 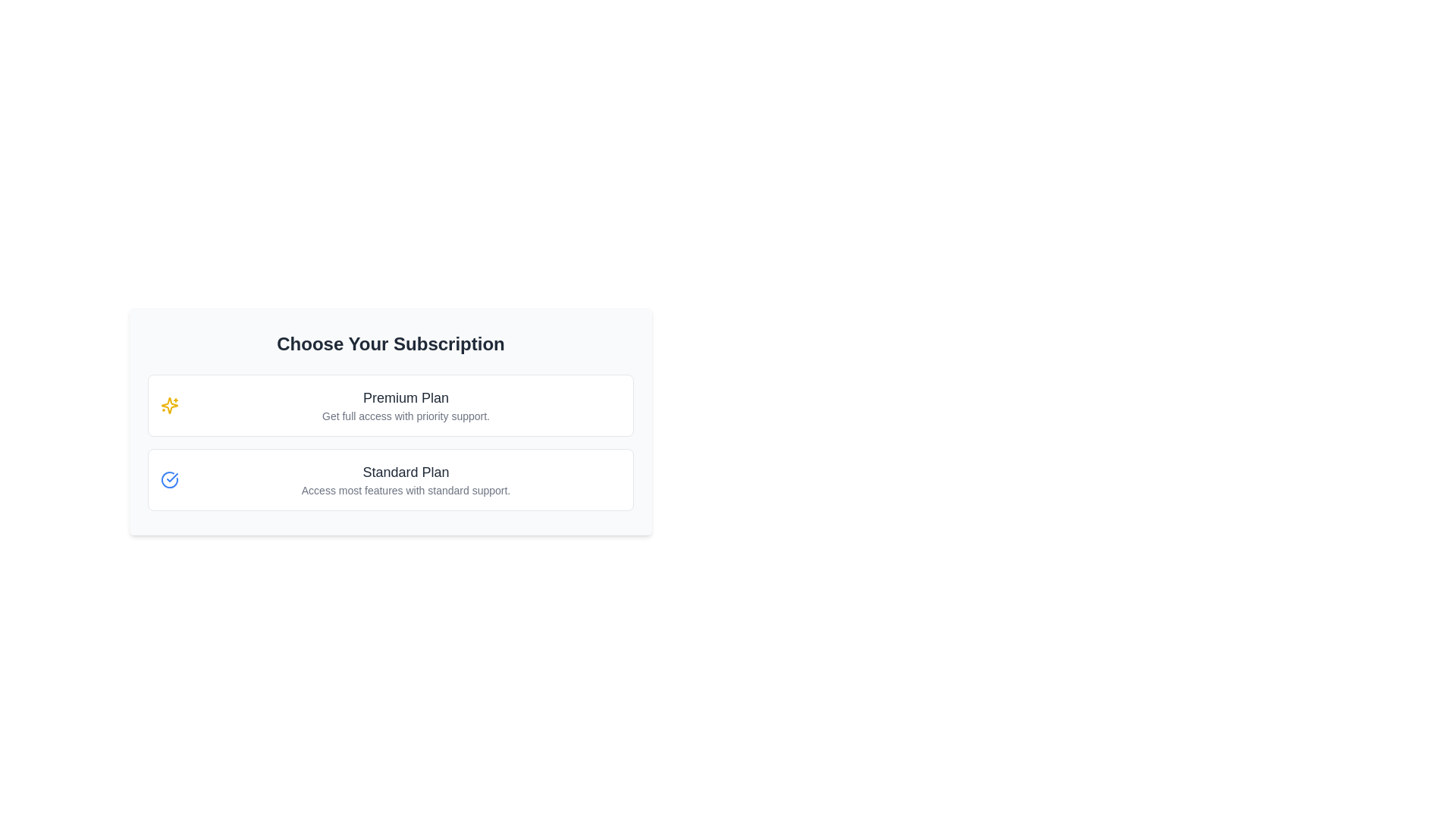 What do you see at coordinates (170, 479) in the screenshot?
I see `the indicator icon located to the left of the 'Standard Plan' text, which suggests a selected or confirmed state` at bounding box center [170, 479].